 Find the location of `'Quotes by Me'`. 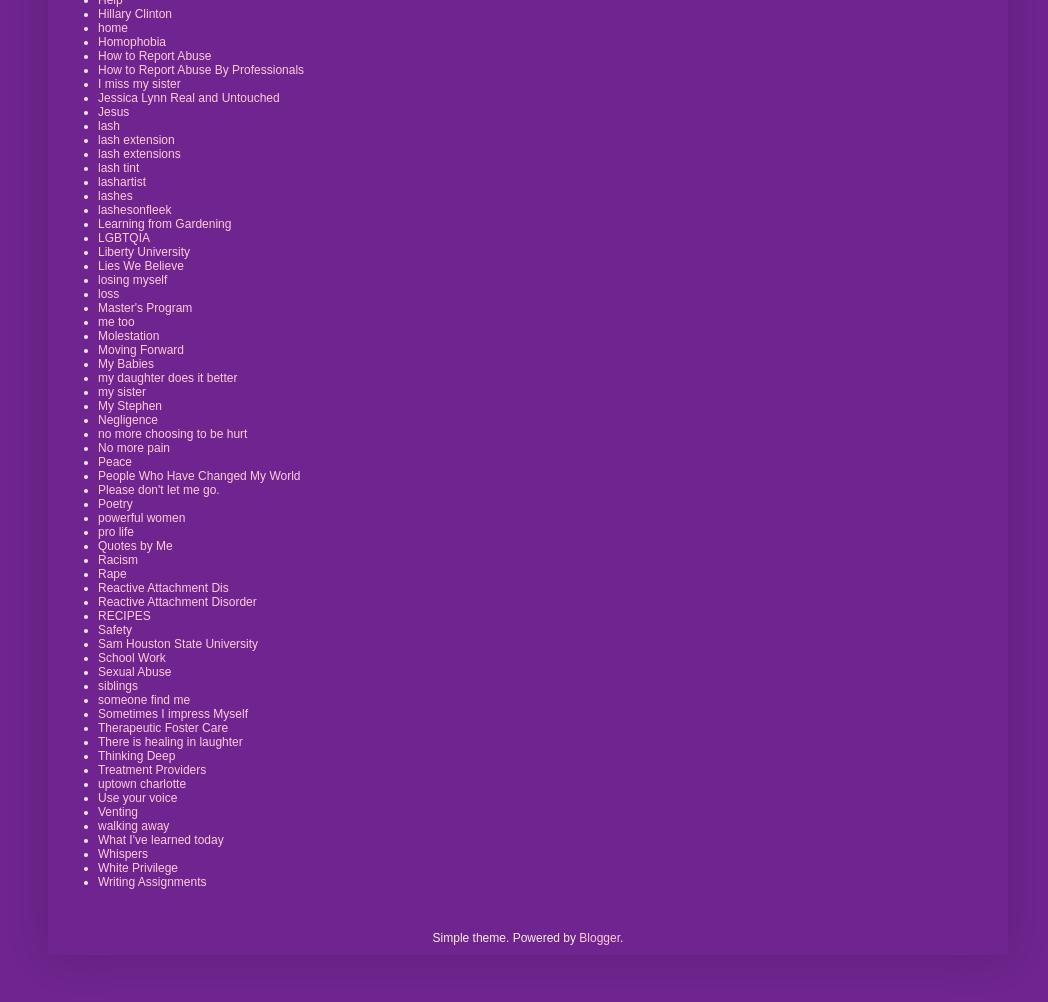

'Quotes by Me' is located at coordinates (134, 544).